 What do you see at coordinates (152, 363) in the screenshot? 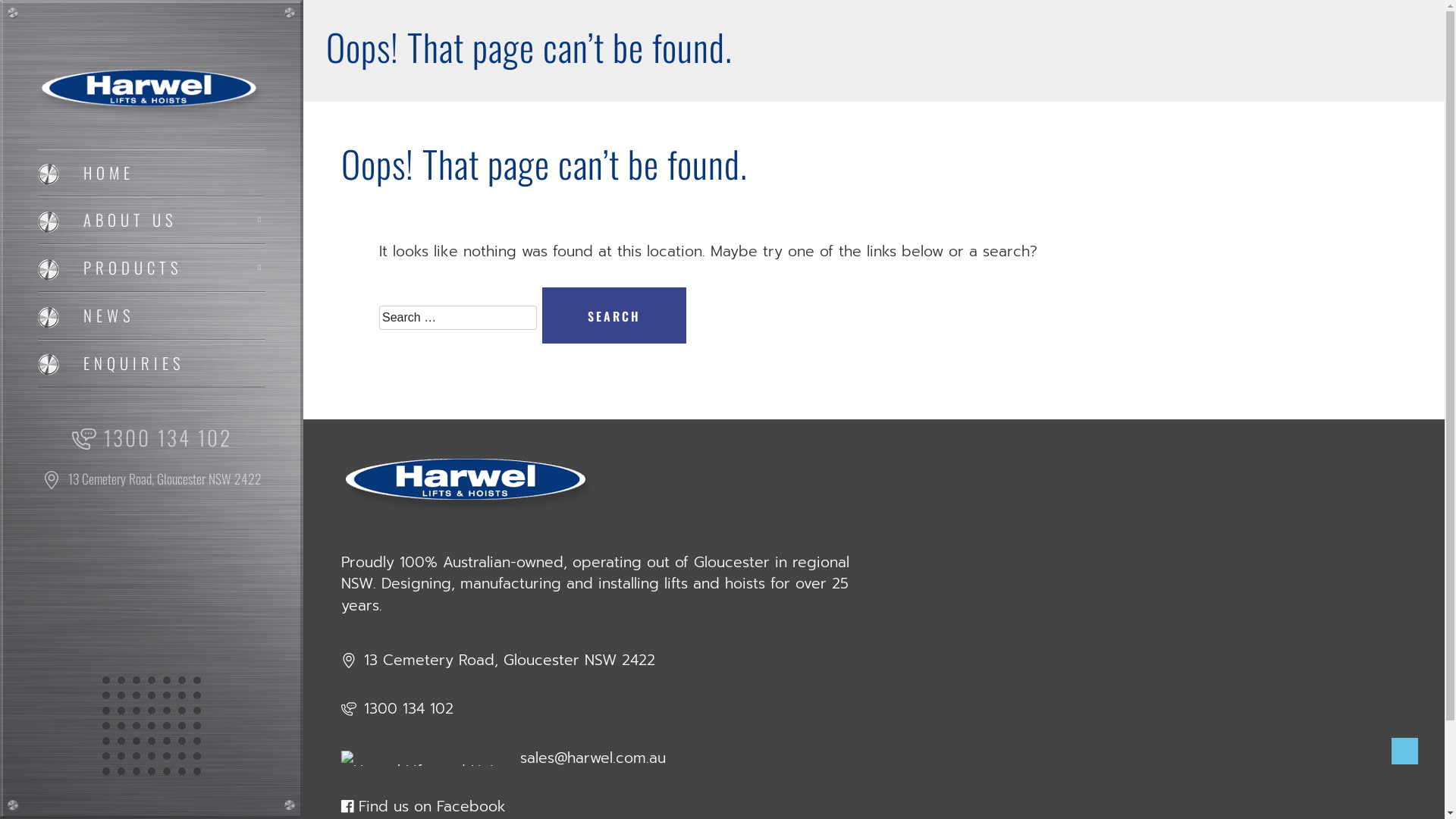
I see `'ENQUIRIES'` at bounding box center [152, 363].